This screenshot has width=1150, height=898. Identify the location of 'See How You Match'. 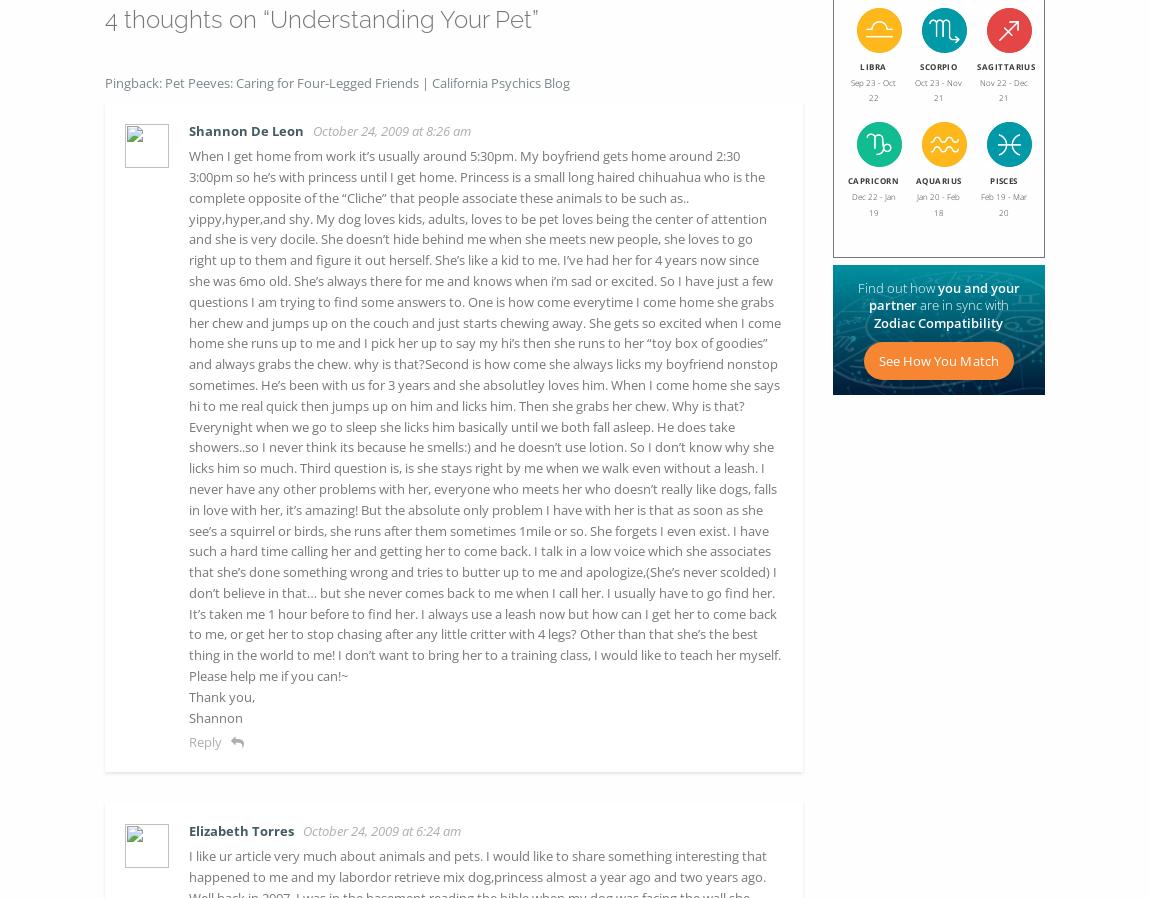
(938, 360).